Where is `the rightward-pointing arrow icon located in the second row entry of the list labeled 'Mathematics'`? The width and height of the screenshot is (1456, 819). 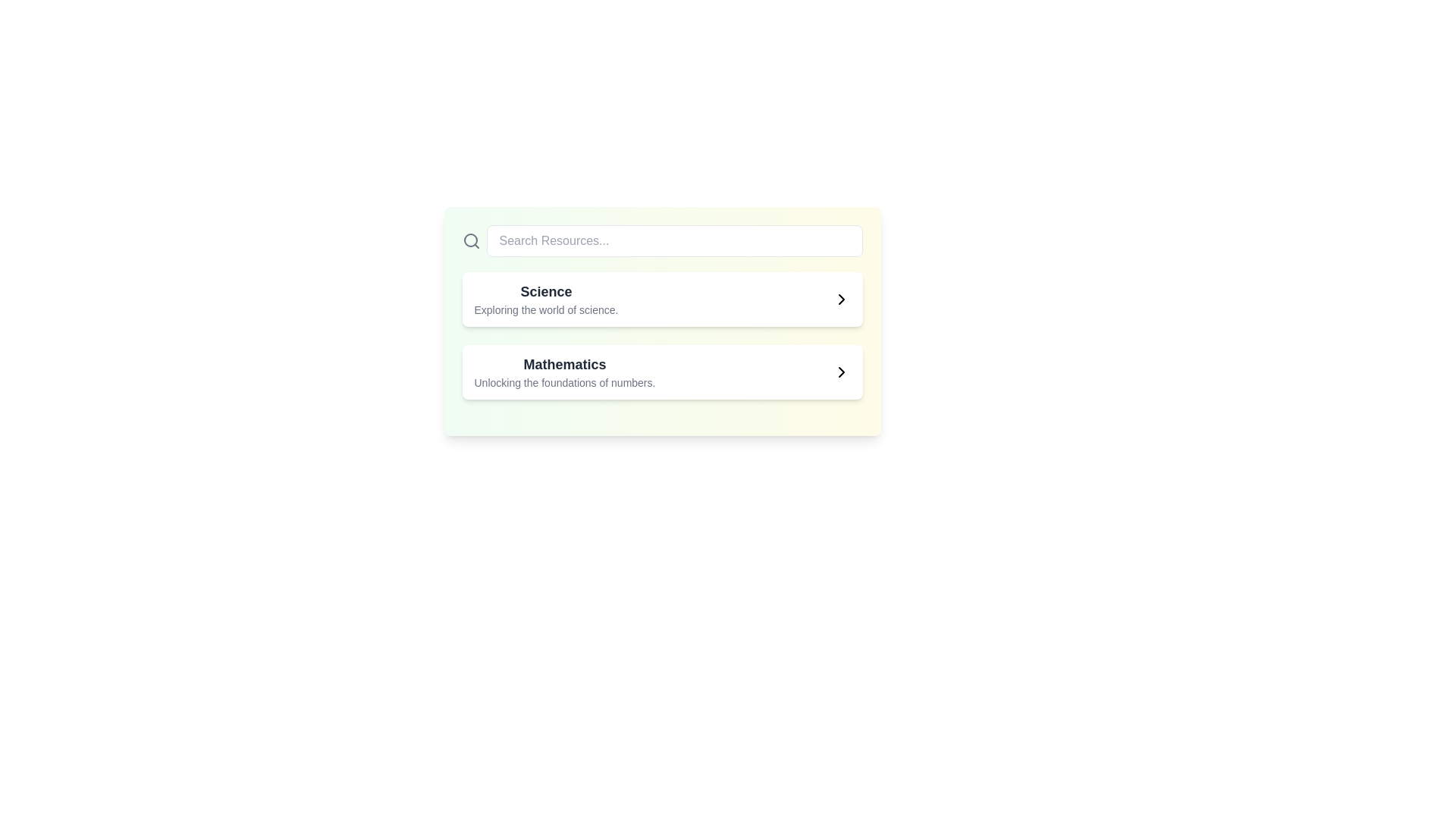
the rightward-pointing arrow icon located in the second row entry of the list labeled 'Mathematics' is located at coordinates (840, 372).